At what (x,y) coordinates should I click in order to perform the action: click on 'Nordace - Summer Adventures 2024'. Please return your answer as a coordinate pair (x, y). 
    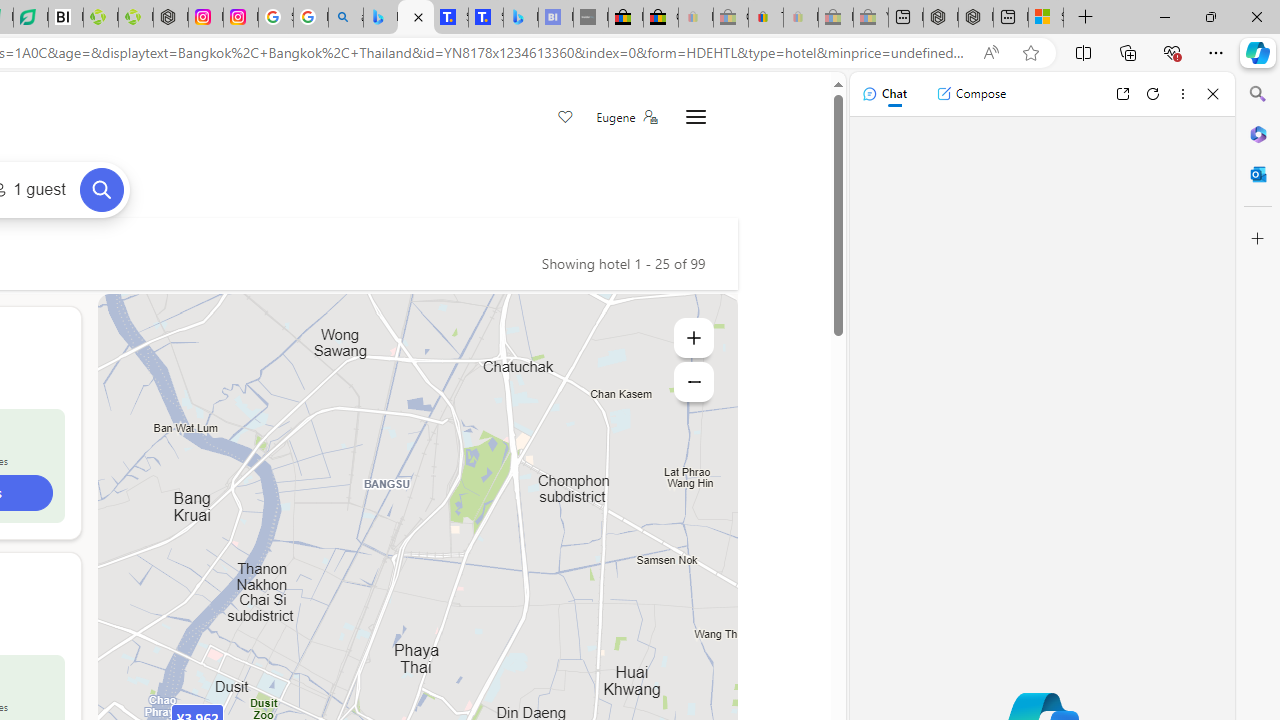
    Looking at the image, I should click on (976, 17).